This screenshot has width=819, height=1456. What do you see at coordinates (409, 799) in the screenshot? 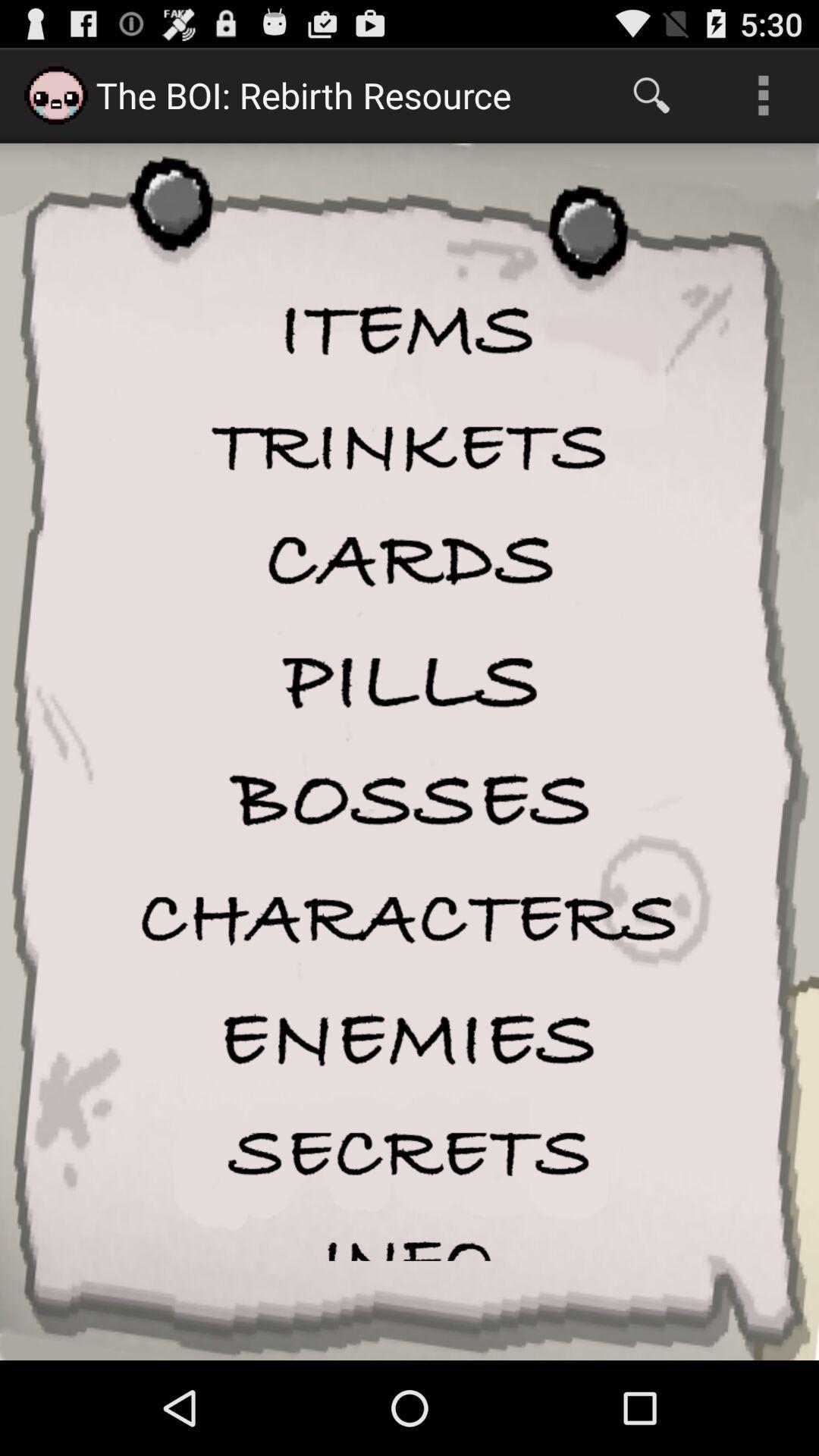
I see `this item` at bounding box center [409, 799].